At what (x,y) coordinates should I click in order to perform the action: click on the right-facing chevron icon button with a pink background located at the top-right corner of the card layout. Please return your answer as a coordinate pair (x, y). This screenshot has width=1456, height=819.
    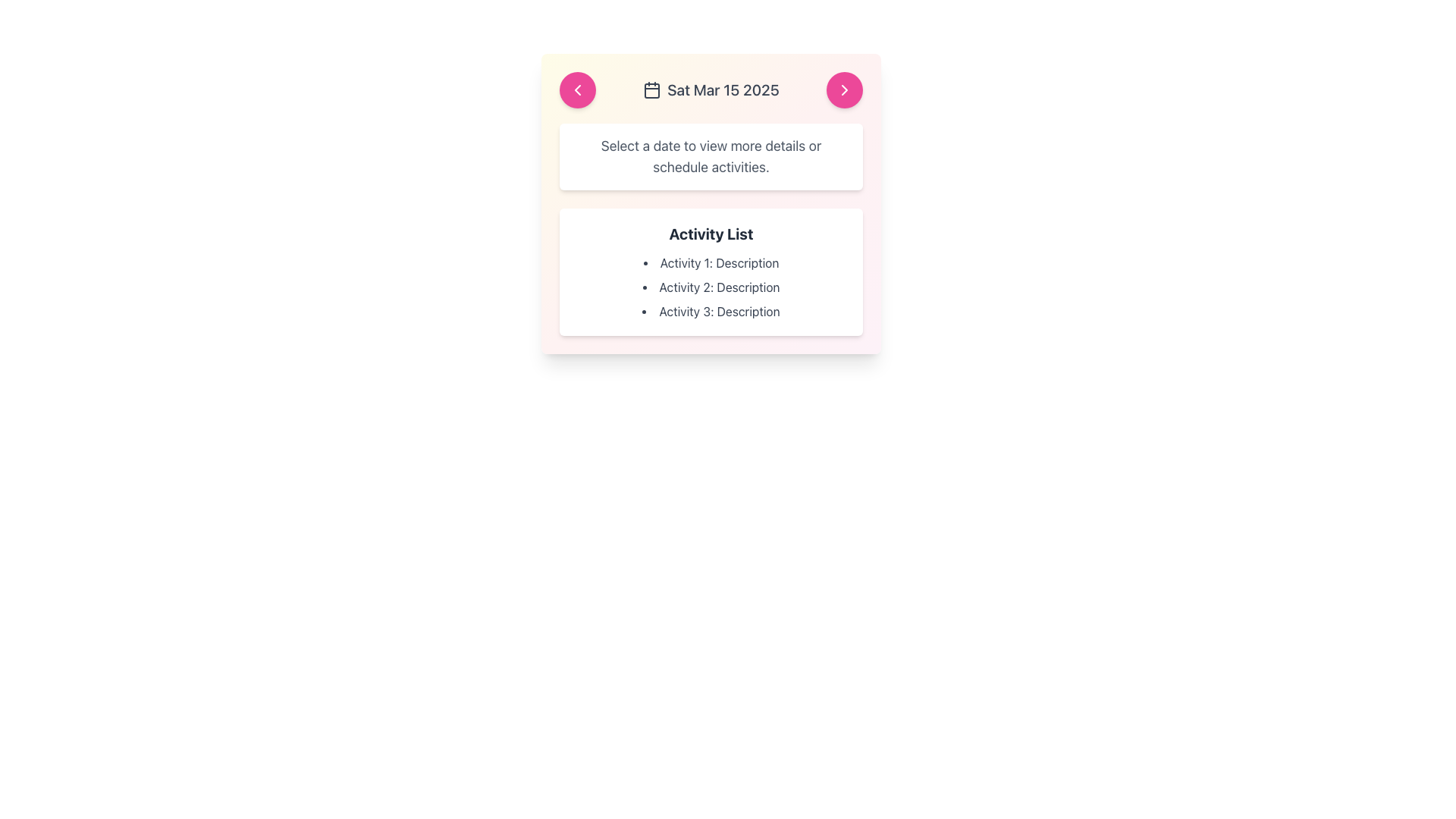
    Looking at the image, I should click on (843, 90).